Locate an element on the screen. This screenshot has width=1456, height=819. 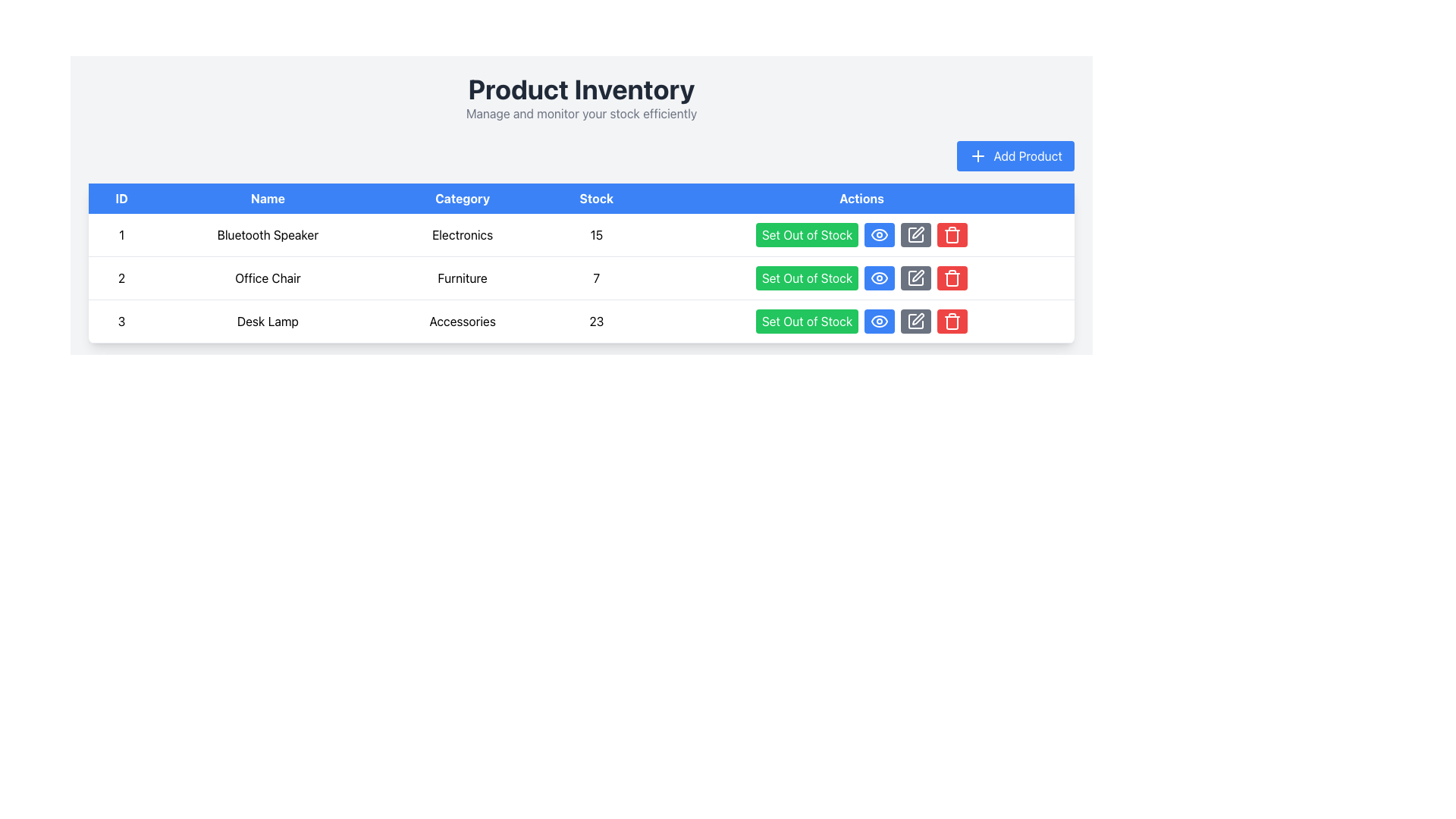
the 'Furniture' text element located in the second row of the table under the 'Category' column is located at coordinates (462, 278).